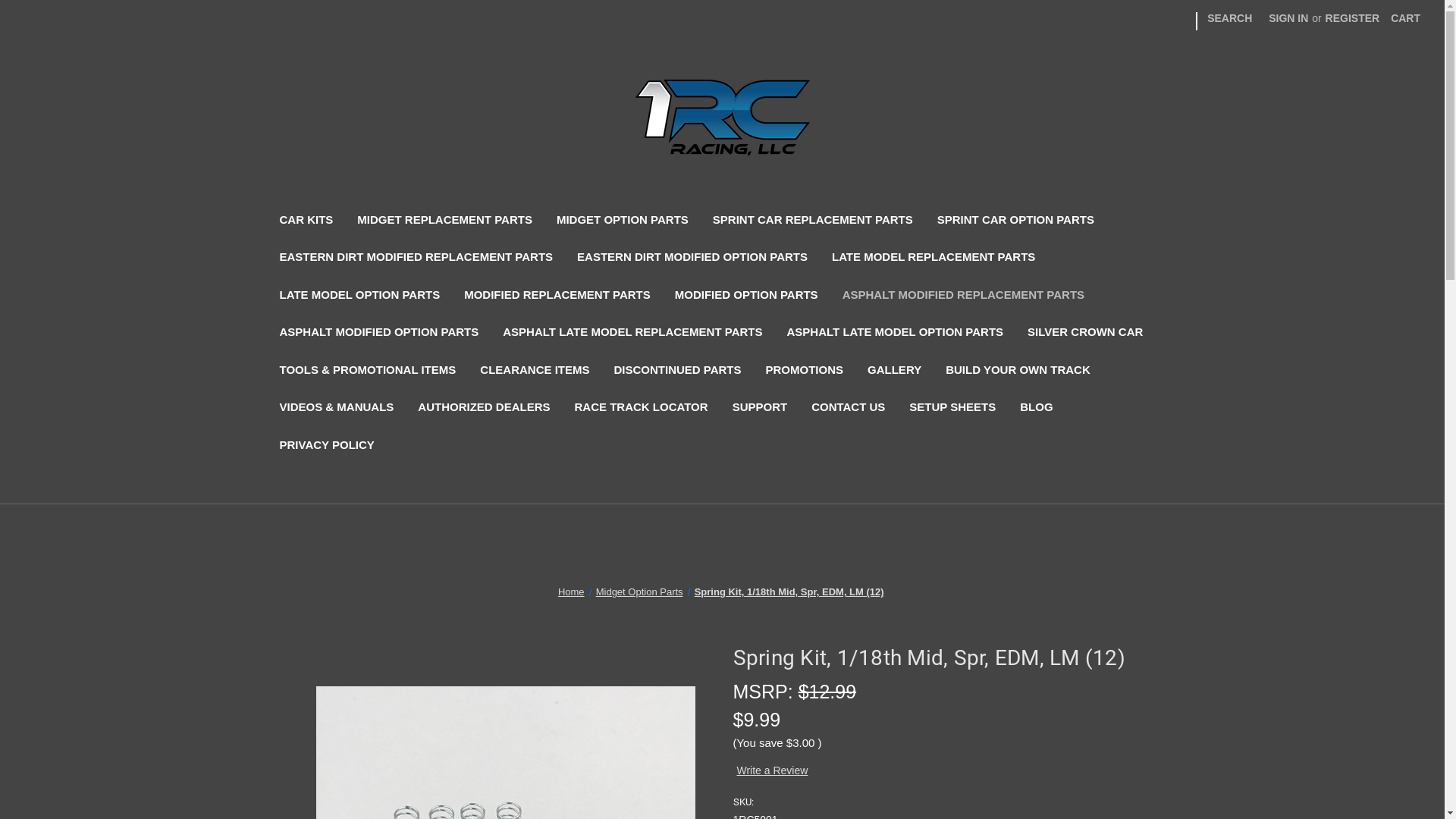  What do you see at coordinates (694, 591) in the screenshot?
I see `'Spring Kit, 1/18th Mid, Spr, EDM, LM (12)'` at bounding box center [694, 591].